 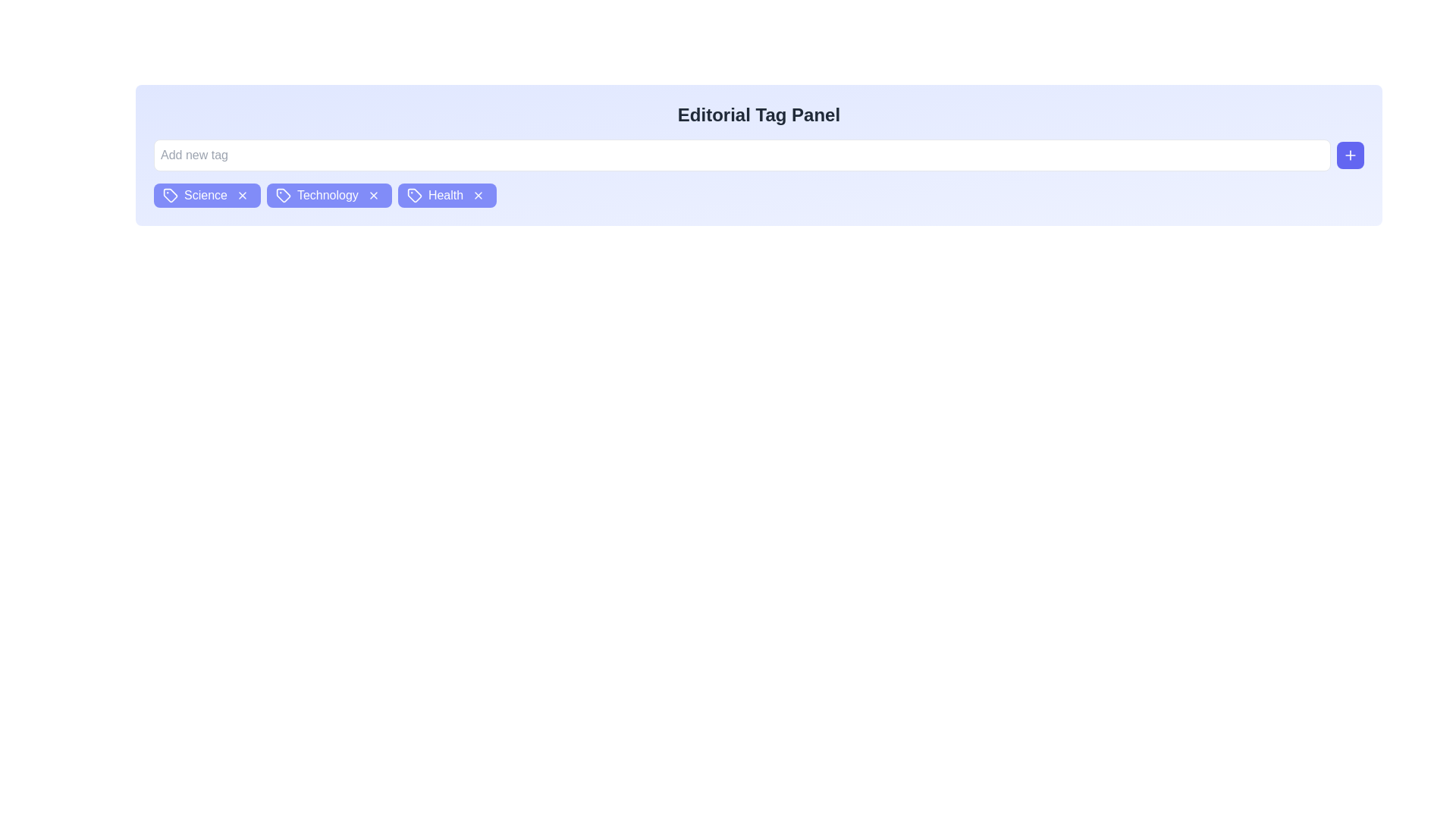 I want to click on the close button for the 'Science' tag, located at the right edge of the tag, to enable keyboard interaction, so click(x=241, y=195).